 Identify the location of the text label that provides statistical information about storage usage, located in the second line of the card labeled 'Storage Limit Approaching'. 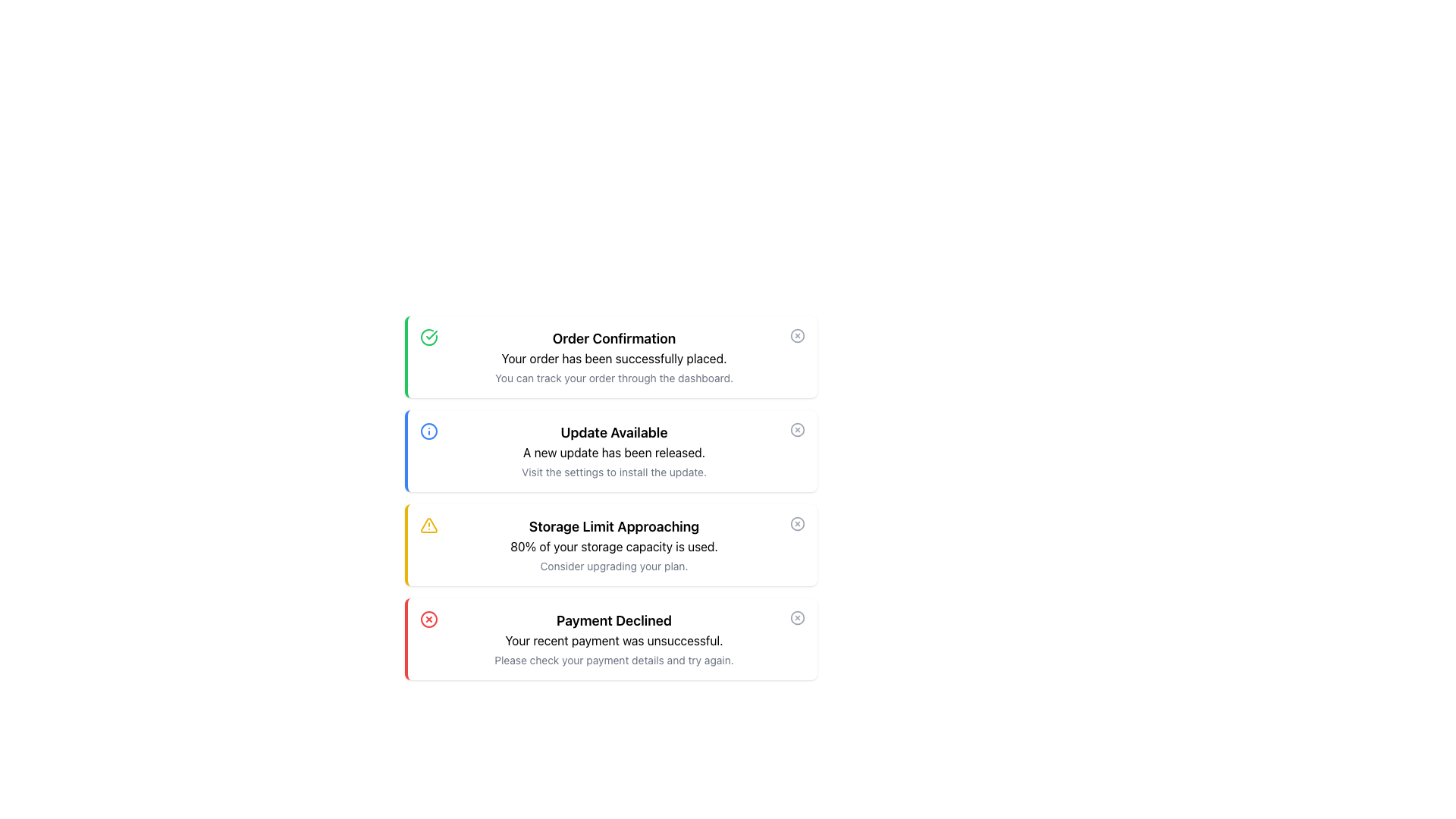
(614, 547).